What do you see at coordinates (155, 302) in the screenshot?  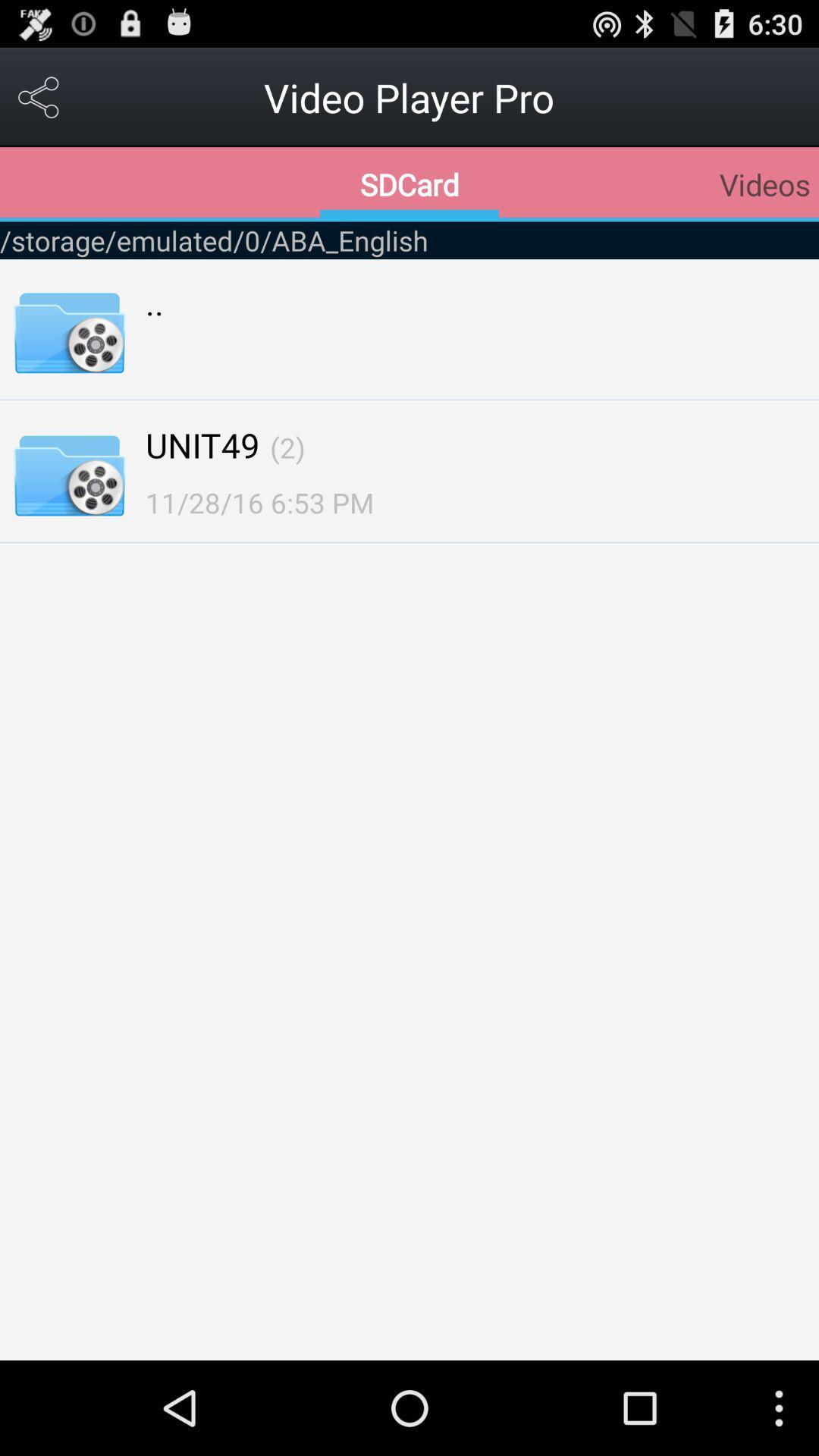 I see `..` at bounding box center [155, 302].